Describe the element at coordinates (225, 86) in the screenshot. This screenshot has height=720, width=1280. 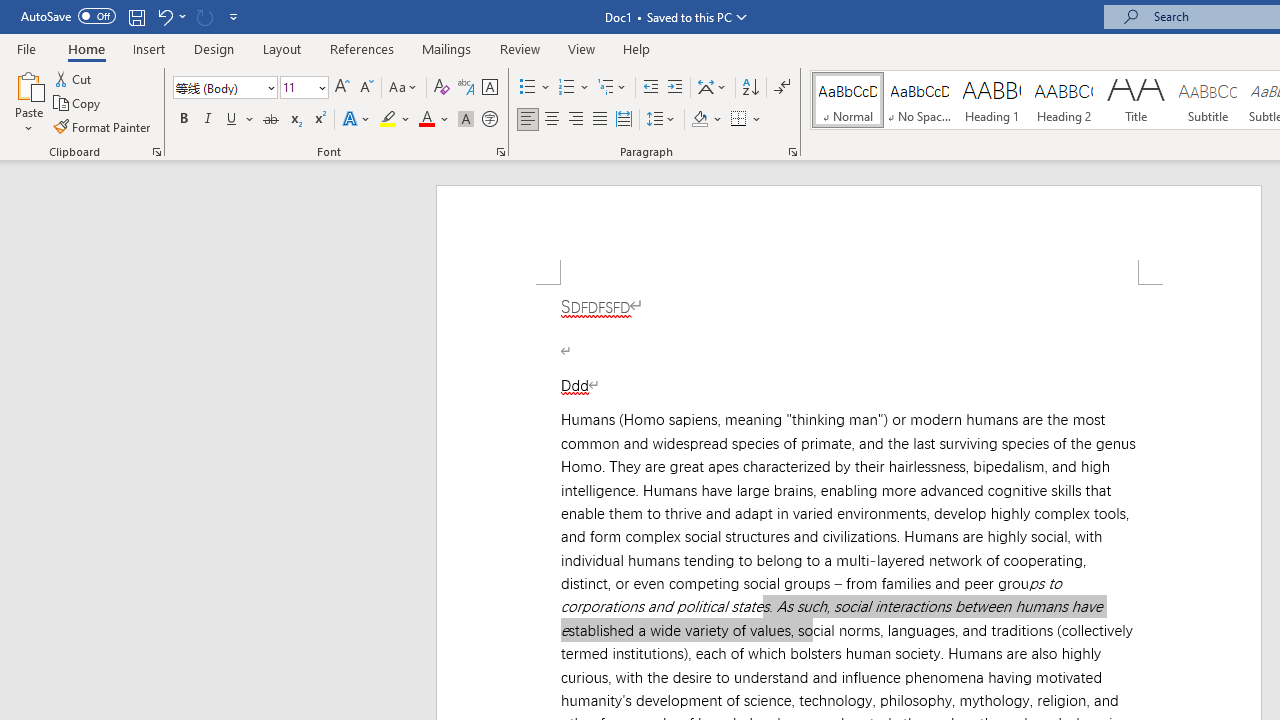
I see `'Font'` at that location.